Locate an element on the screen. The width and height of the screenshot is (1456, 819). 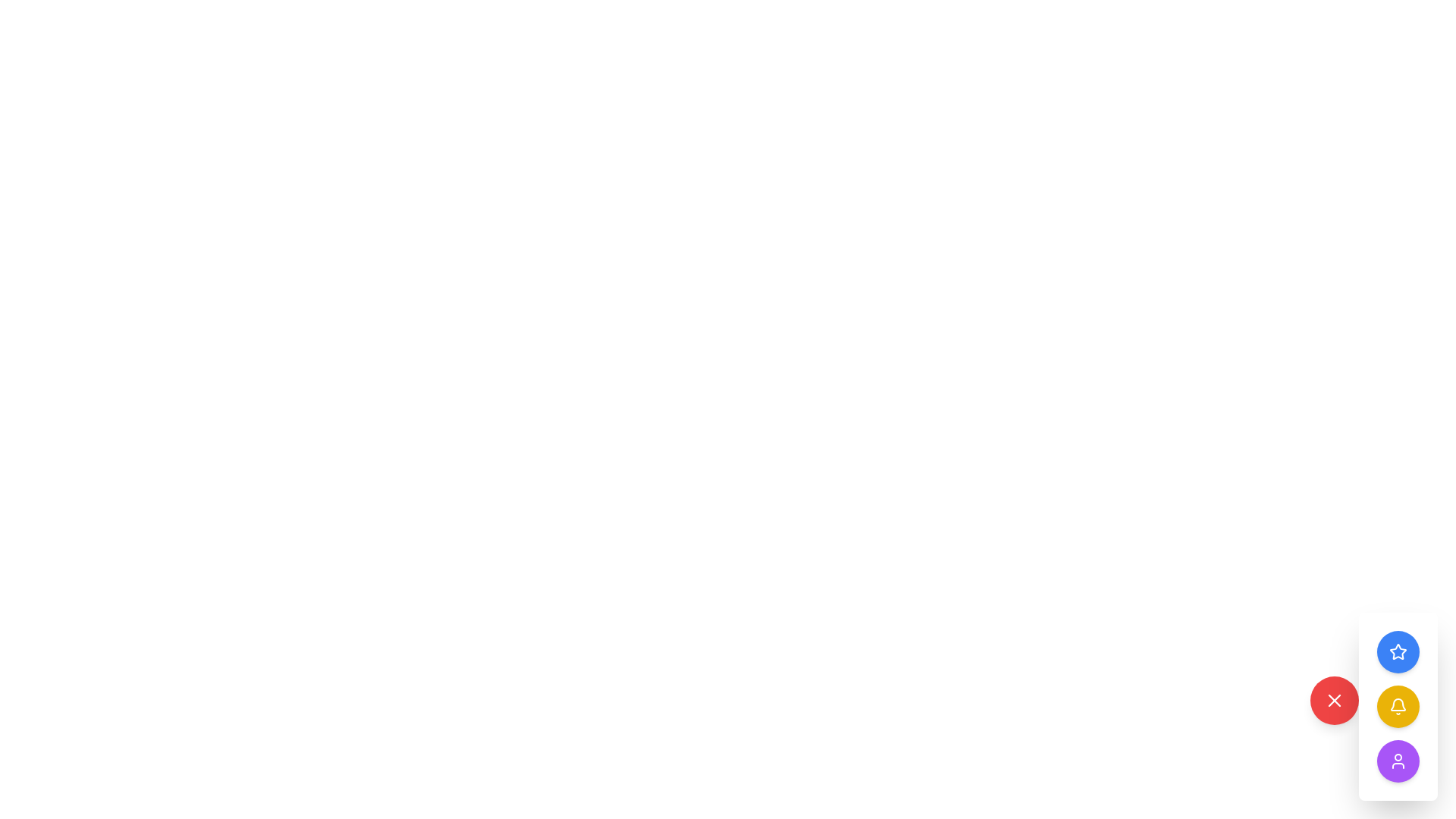
the star-shaped icon within the blue circular button located at the top of the vertical button list is located at coordinates (1397, 651).